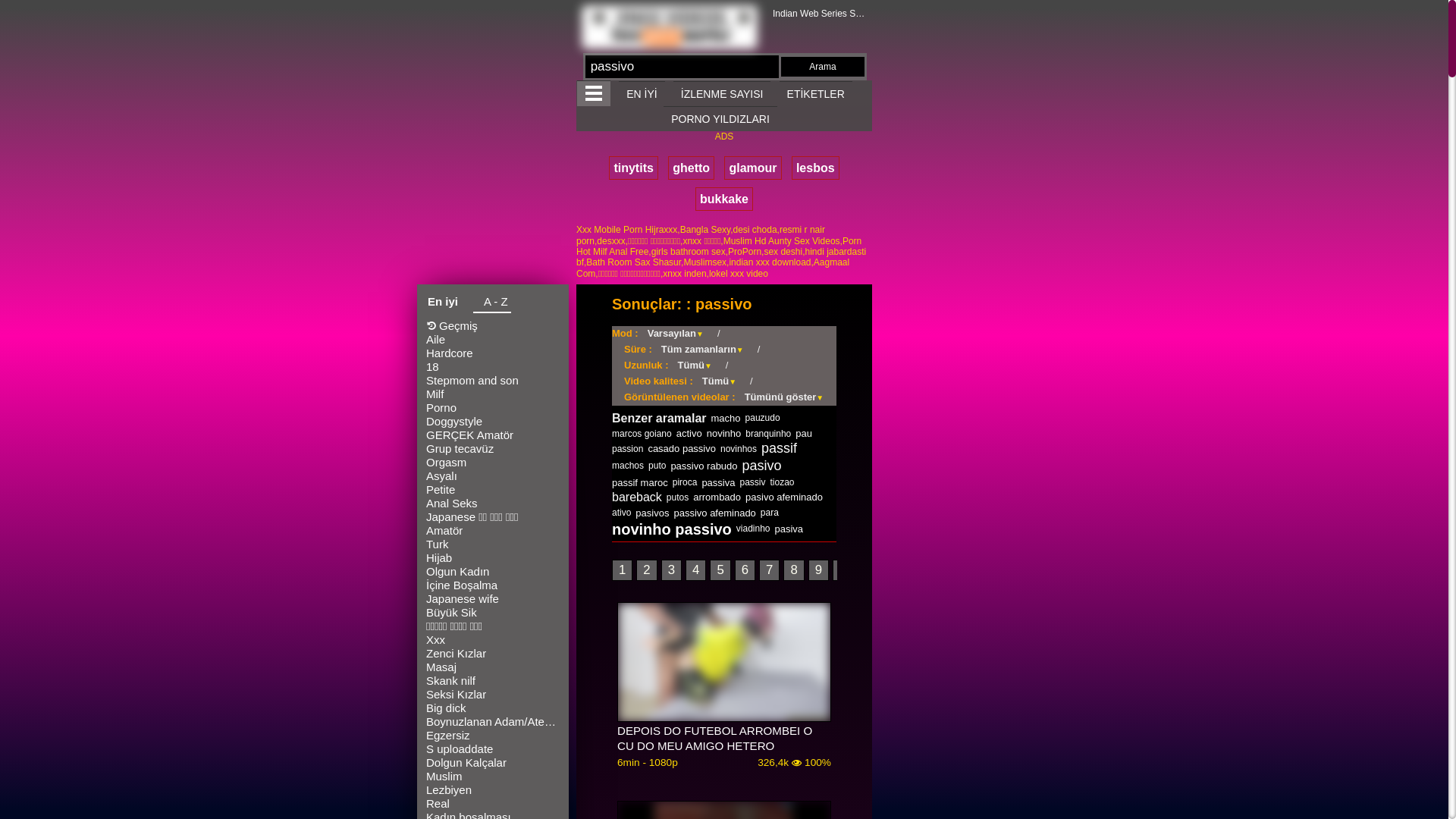 The height and width of the screenshot is (819, 1456). What do you see at coordinates (425, 789) in the screenshot?
I see `'Lezbiyen'` at bounding box center [425, 789].